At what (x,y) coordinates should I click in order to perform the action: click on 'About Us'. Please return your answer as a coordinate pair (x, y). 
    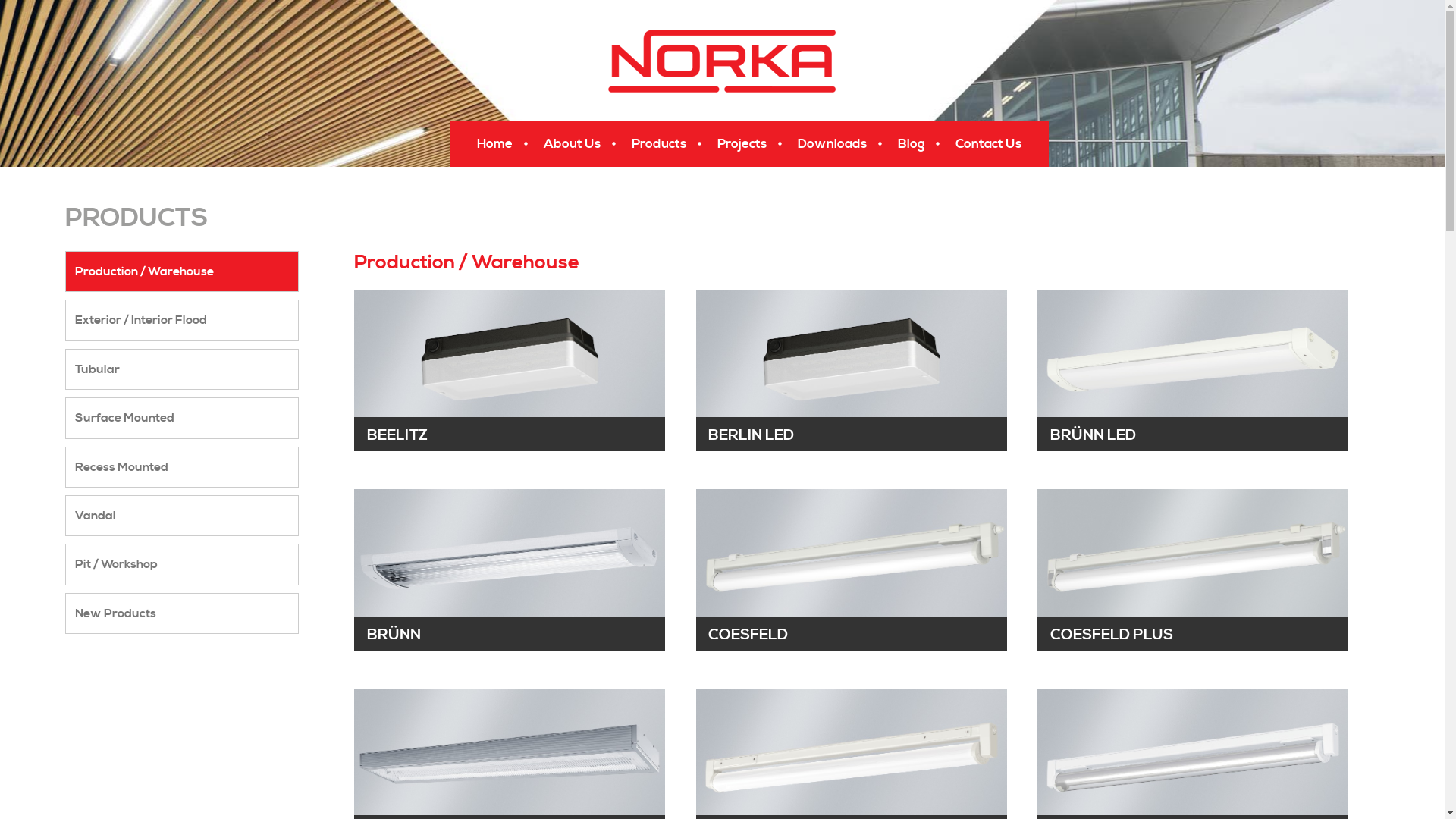
    Looking at the image, I should click on (573, 143).